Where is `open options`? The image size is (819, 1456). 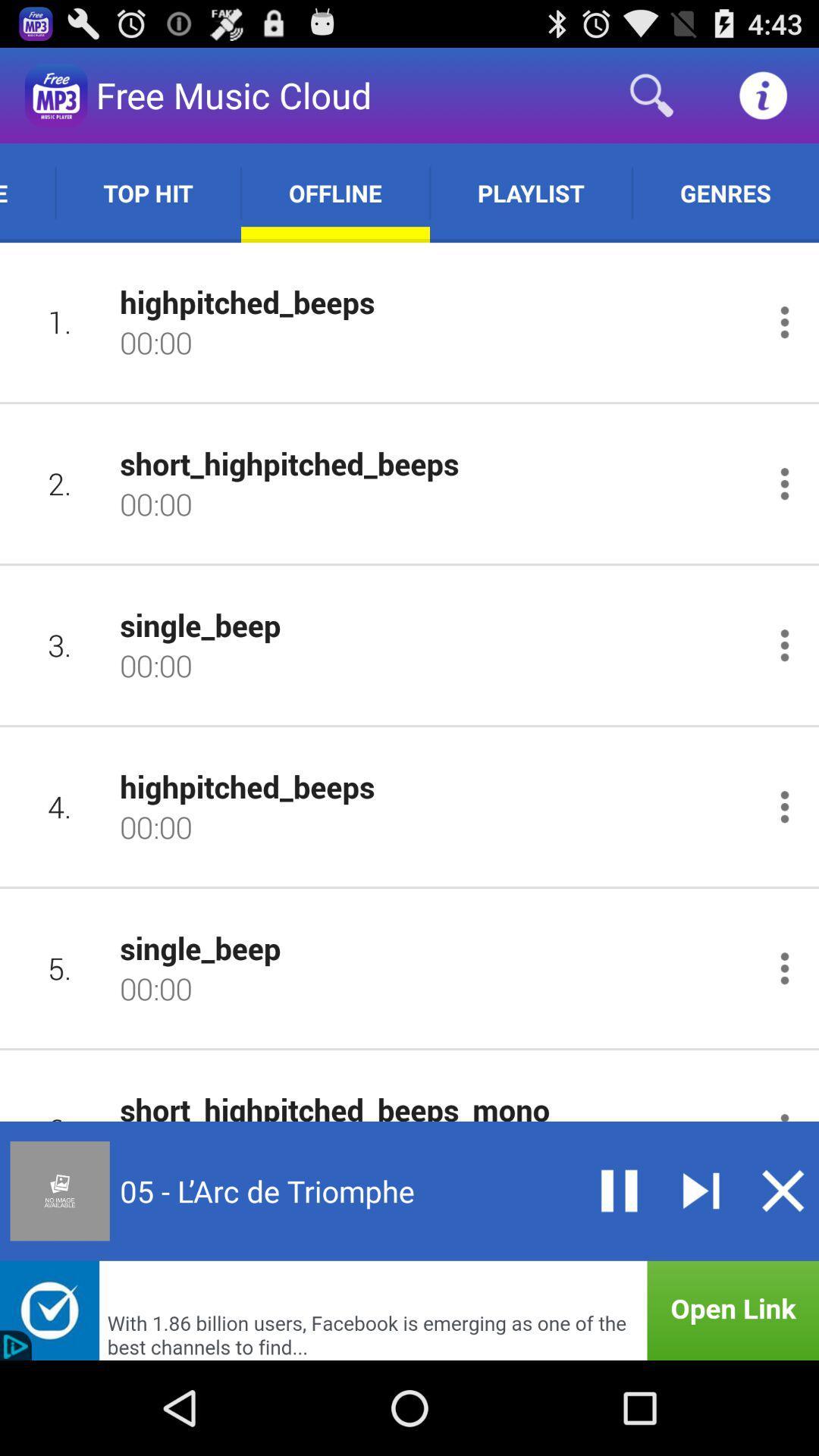 open options is located at coordinates (784, 645).